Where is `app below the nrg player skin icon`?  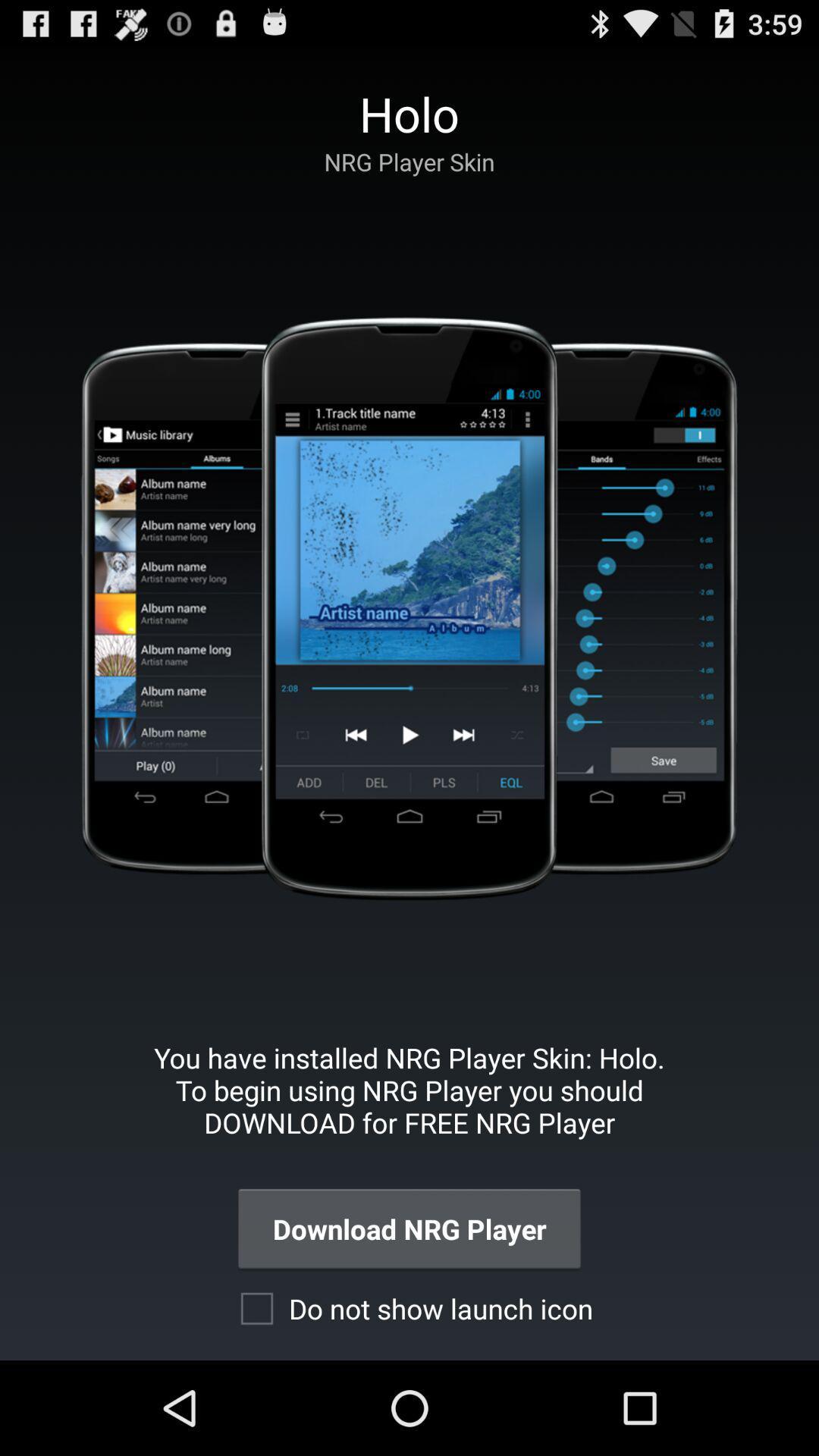 app below the nrg player skin icon is located at coordinates (408, 608).